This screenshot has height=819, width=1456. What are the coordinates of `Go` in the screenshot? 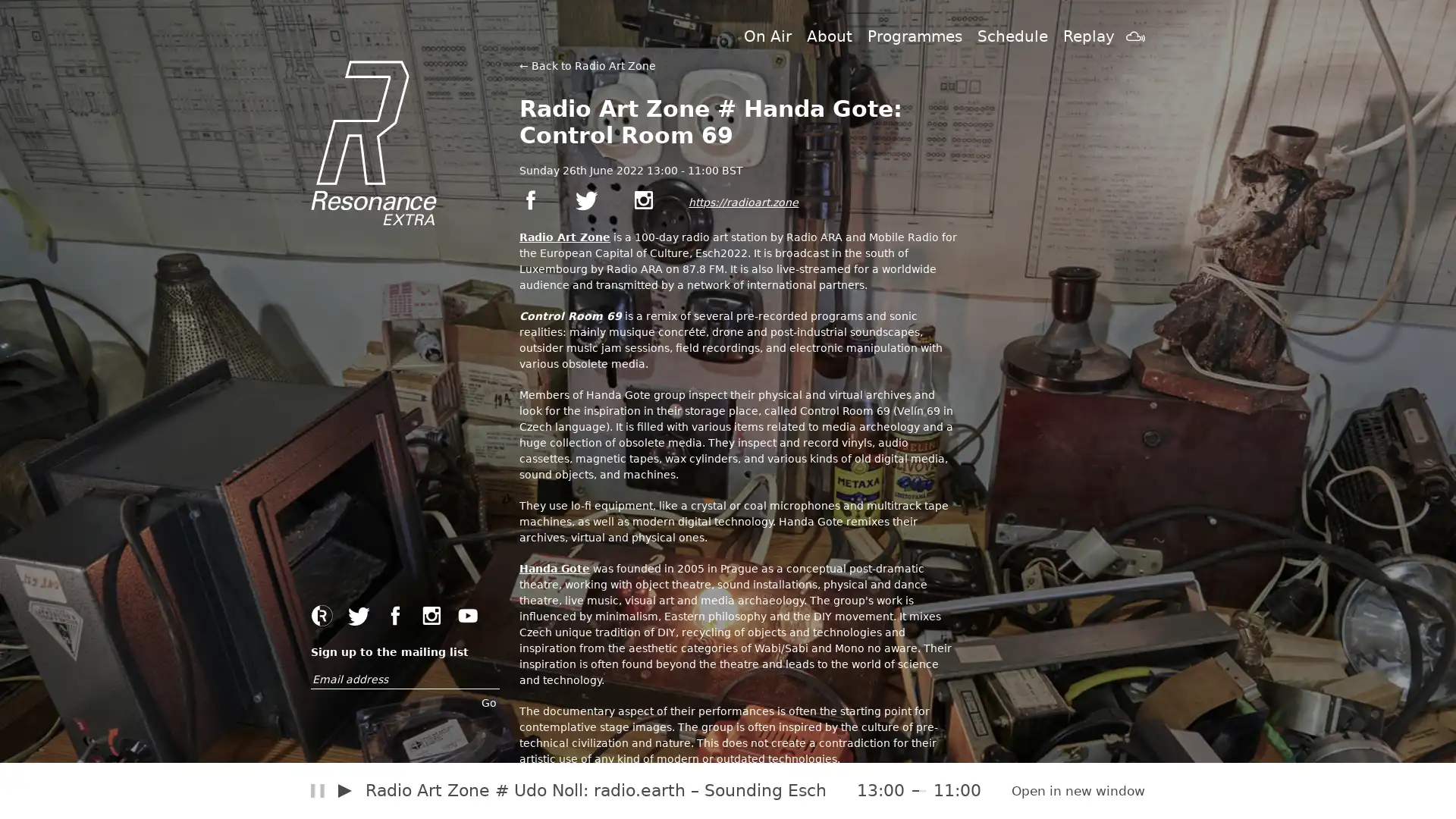 It's located at (488, 698).